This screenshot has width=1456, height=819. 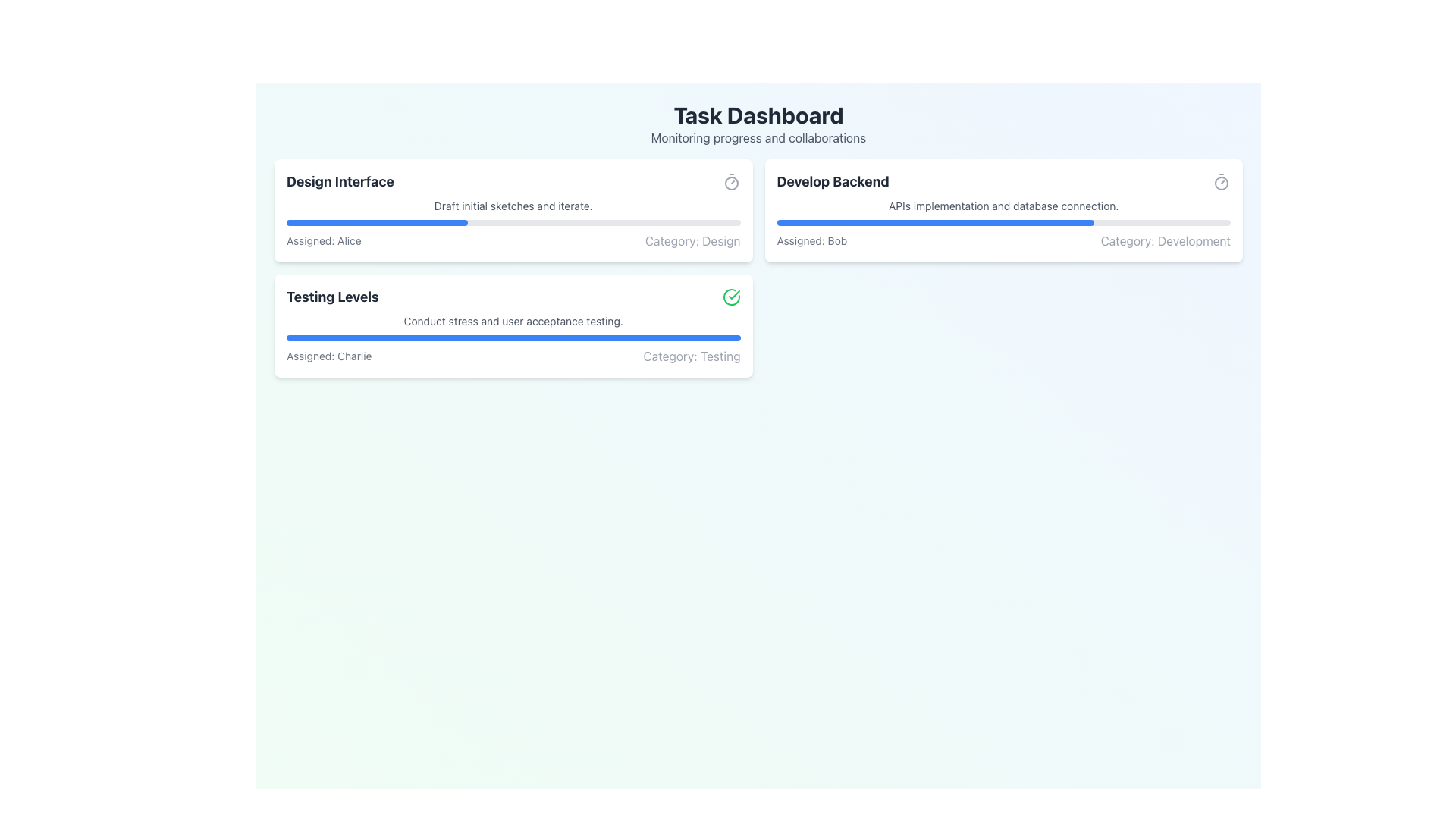 I want to click on the Text Label element displaying 'Category: Testing' located in the bottom-right section of the 'Testing Levels' task card on the dashboard, so click(x=691, y=356).